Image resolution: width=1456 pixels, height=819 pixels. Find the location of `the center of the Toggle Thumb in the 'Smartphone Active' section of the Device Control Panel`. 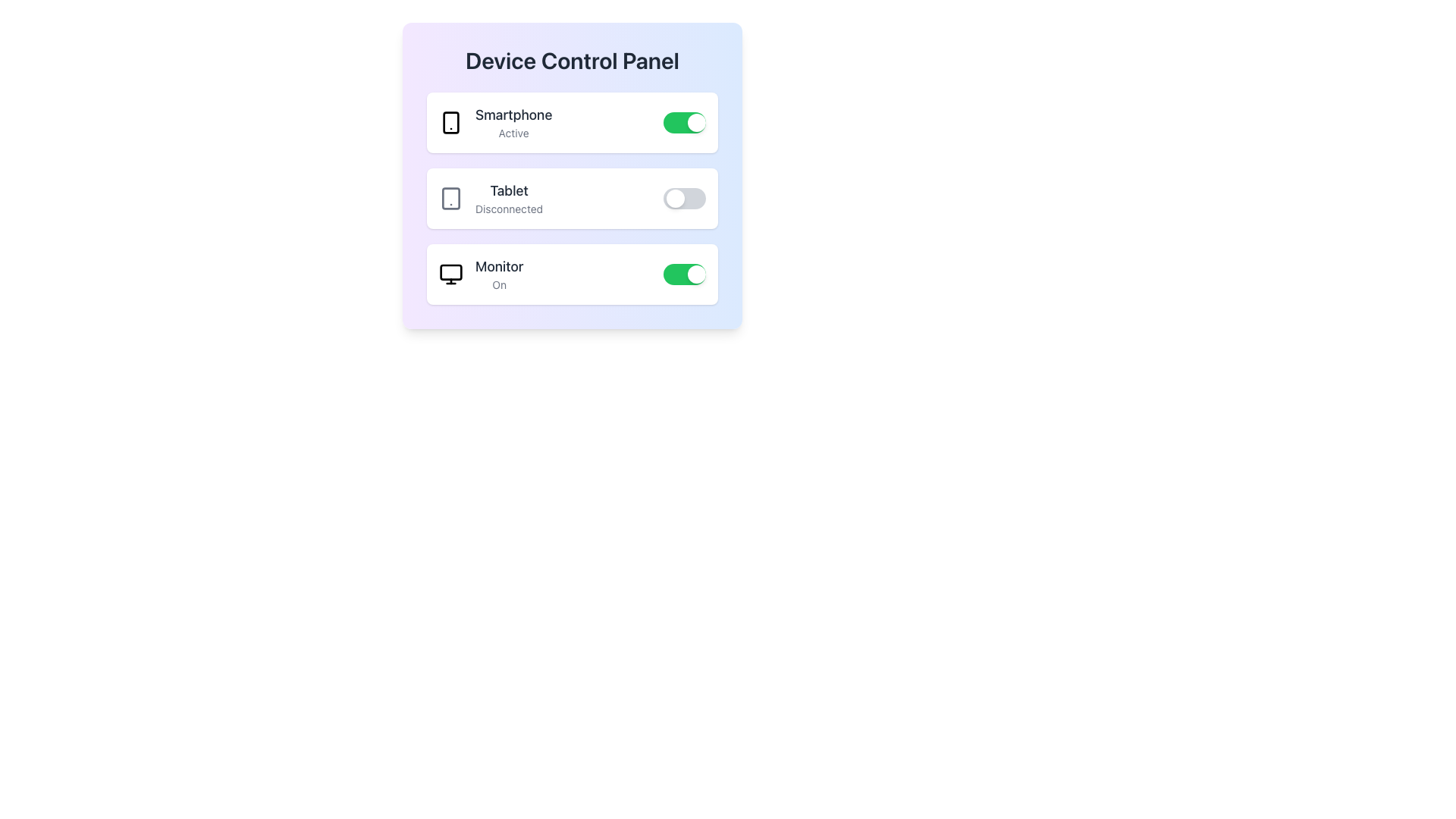

the center of the Toggle Thumb in the 'Smartphone Active' section of the Device Control Panel is located at coordinates (695, 122).